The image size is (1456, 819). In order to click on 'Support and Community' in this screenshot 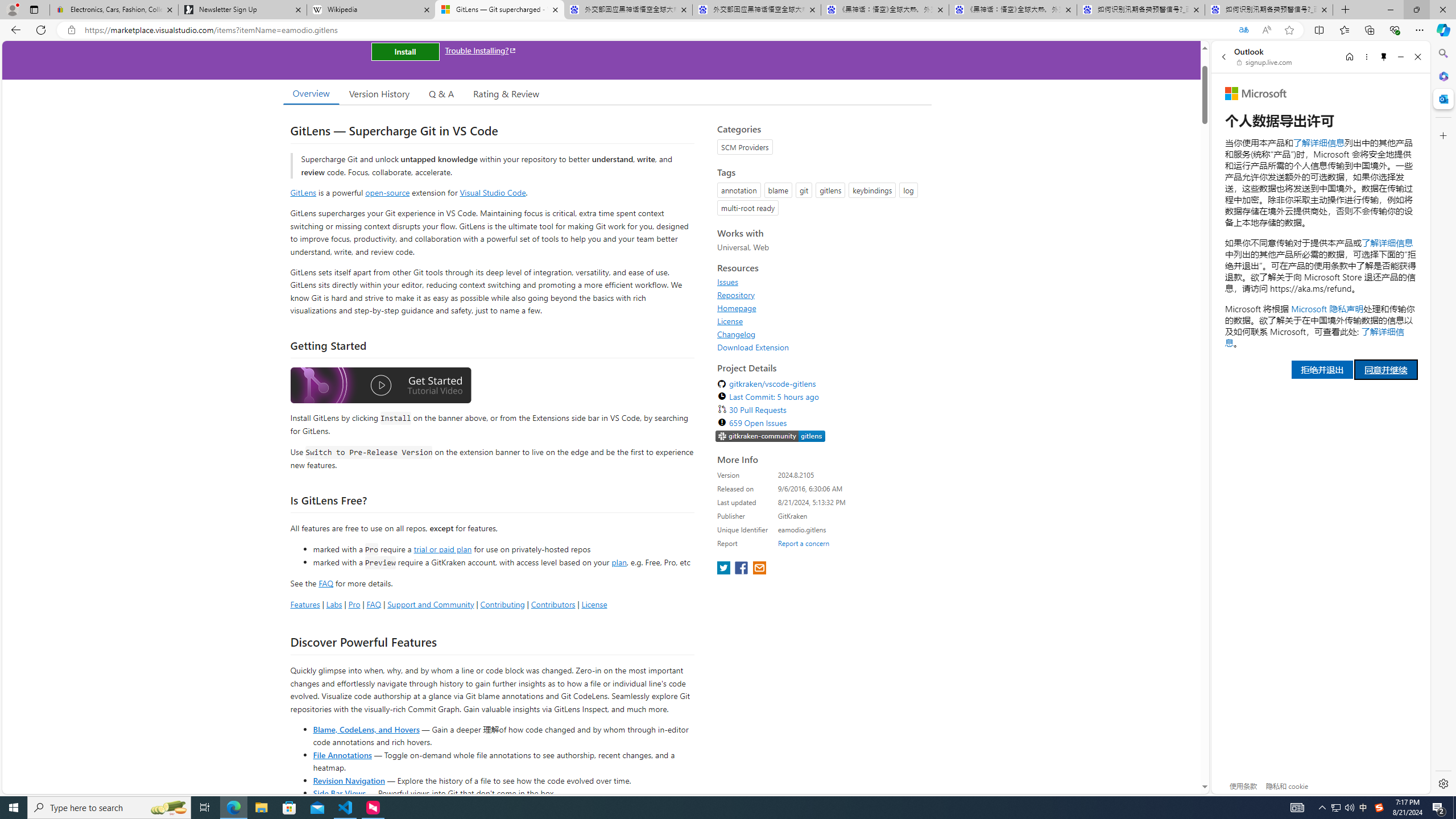, I will do `click(431, 603)`.